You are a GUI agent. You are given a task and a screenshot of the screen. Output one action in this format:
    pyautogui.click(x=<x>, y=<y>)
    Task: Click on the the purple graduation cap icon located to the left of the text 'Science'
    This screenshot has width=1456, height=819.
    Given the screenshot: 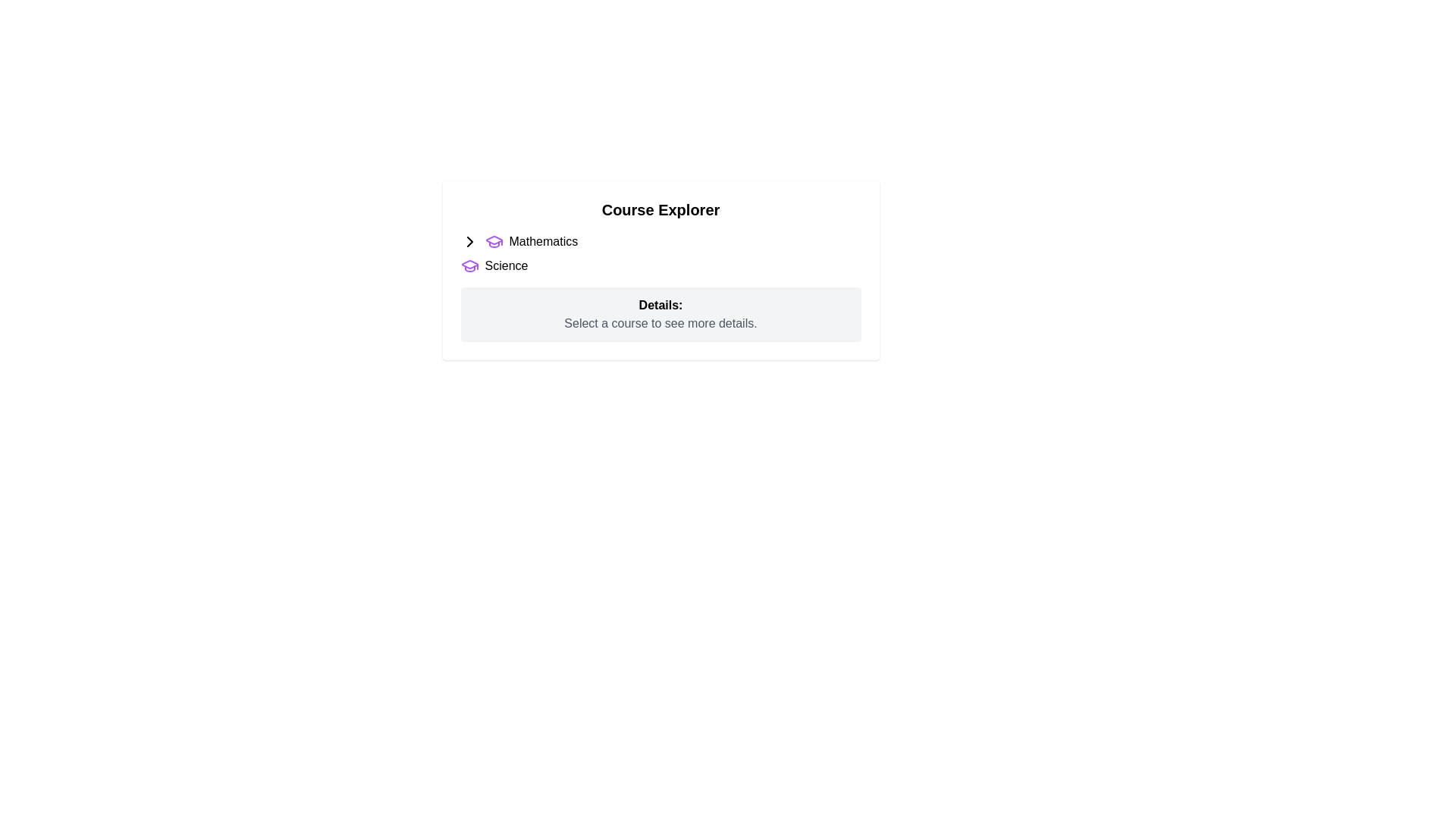 What is the action you would take?
    pyautogui.click(x=469, y=265)
    